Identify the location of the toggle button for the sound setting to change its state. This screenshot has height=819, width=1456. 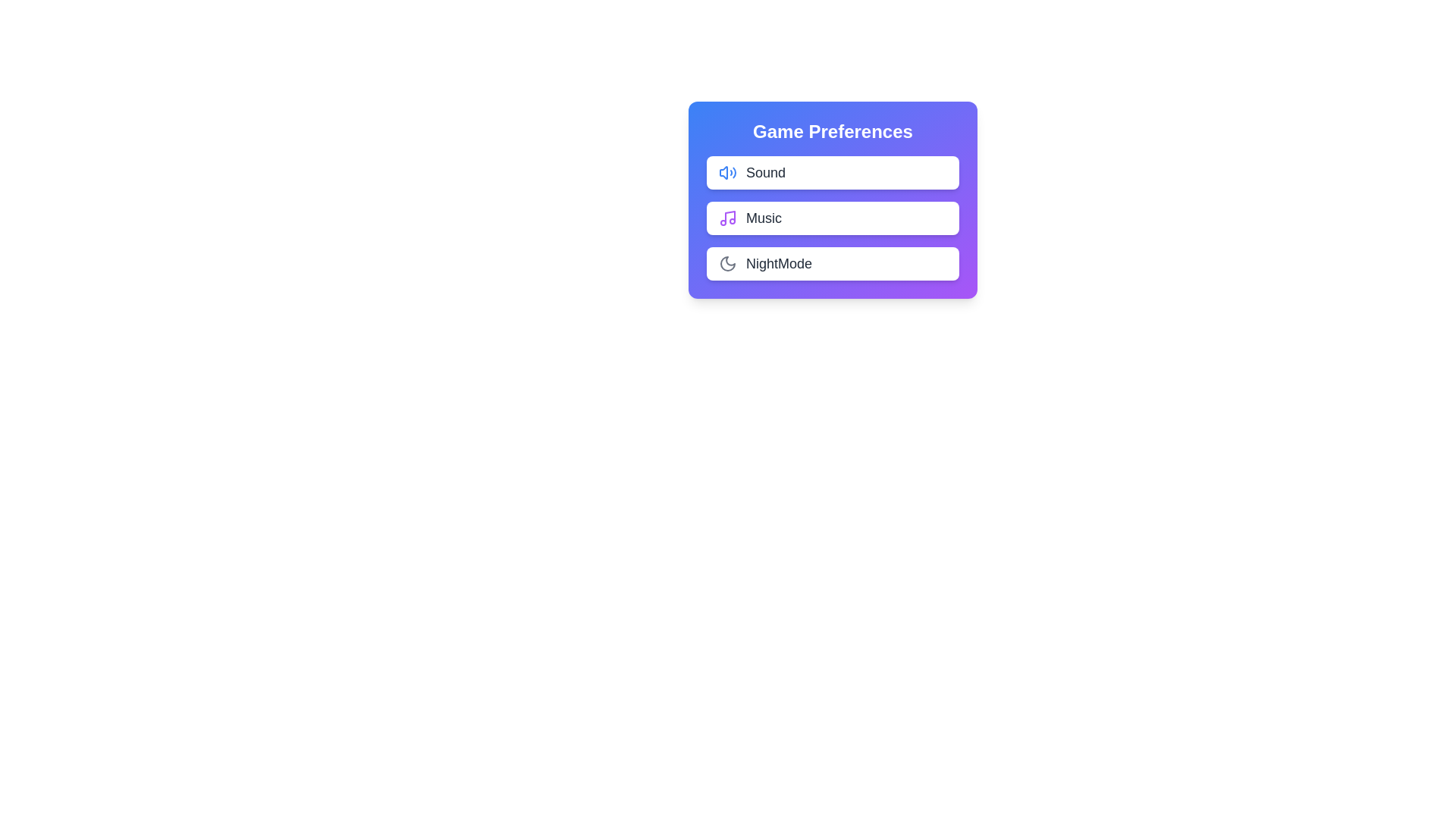
(927, 171).